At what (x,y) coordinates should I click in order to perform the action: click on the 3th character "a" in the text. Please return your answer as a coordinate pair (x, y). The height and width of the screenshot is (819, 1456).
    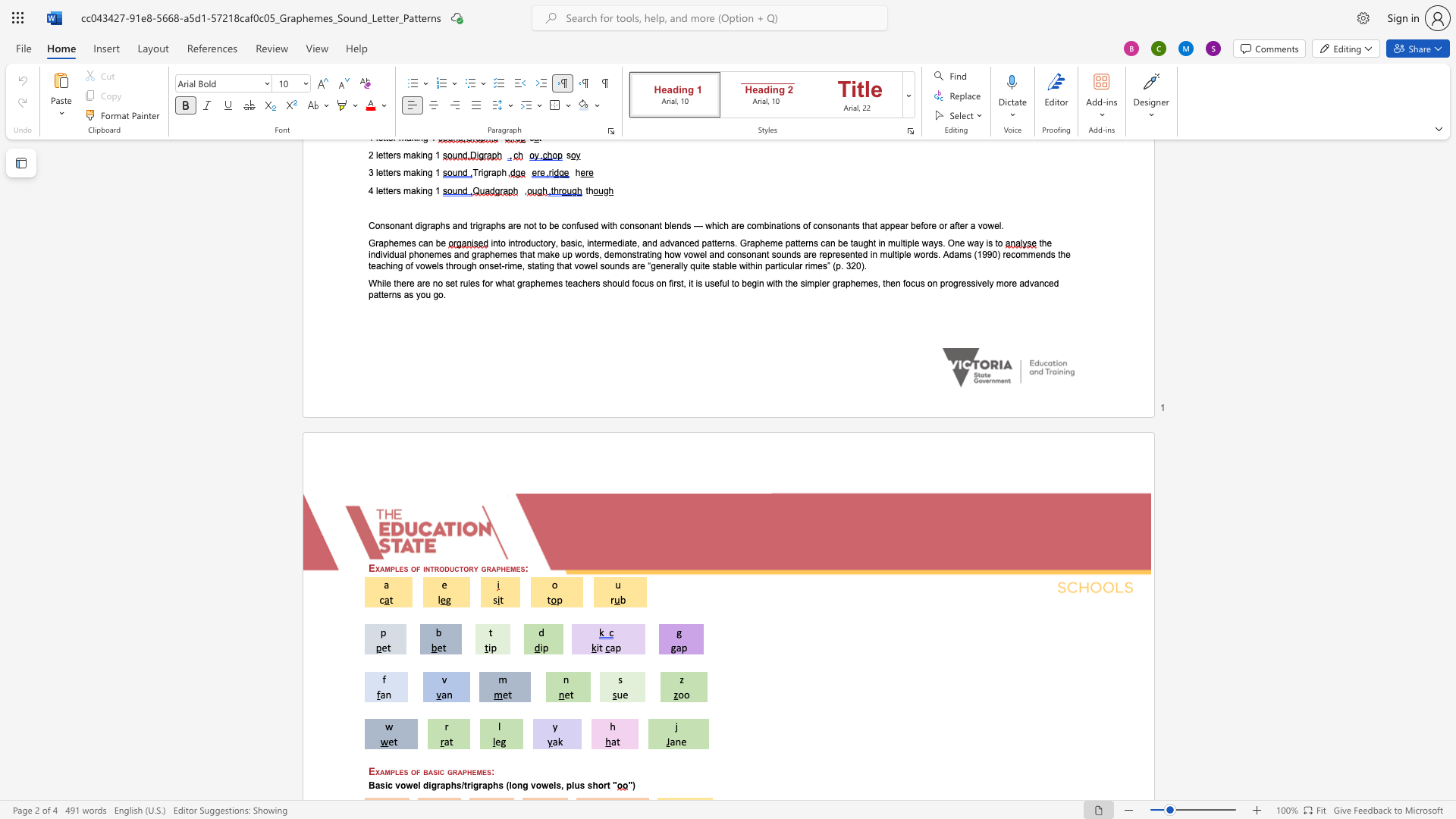
    Looking at the image, I should click on (459, 771).